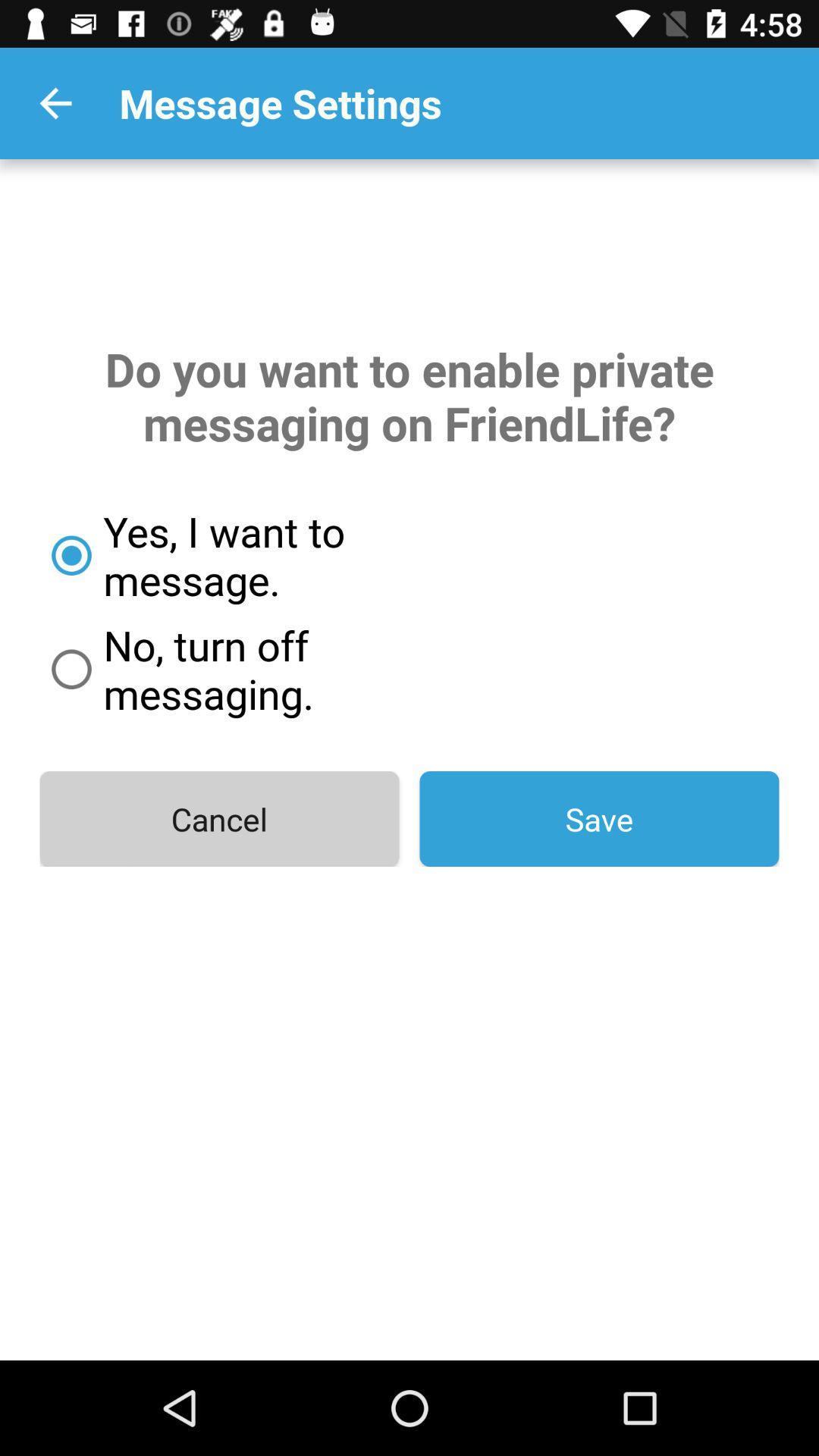 This screenshot has height=1456, width=819. I want to click on the item to the left of the save icon, so click(219, 818).